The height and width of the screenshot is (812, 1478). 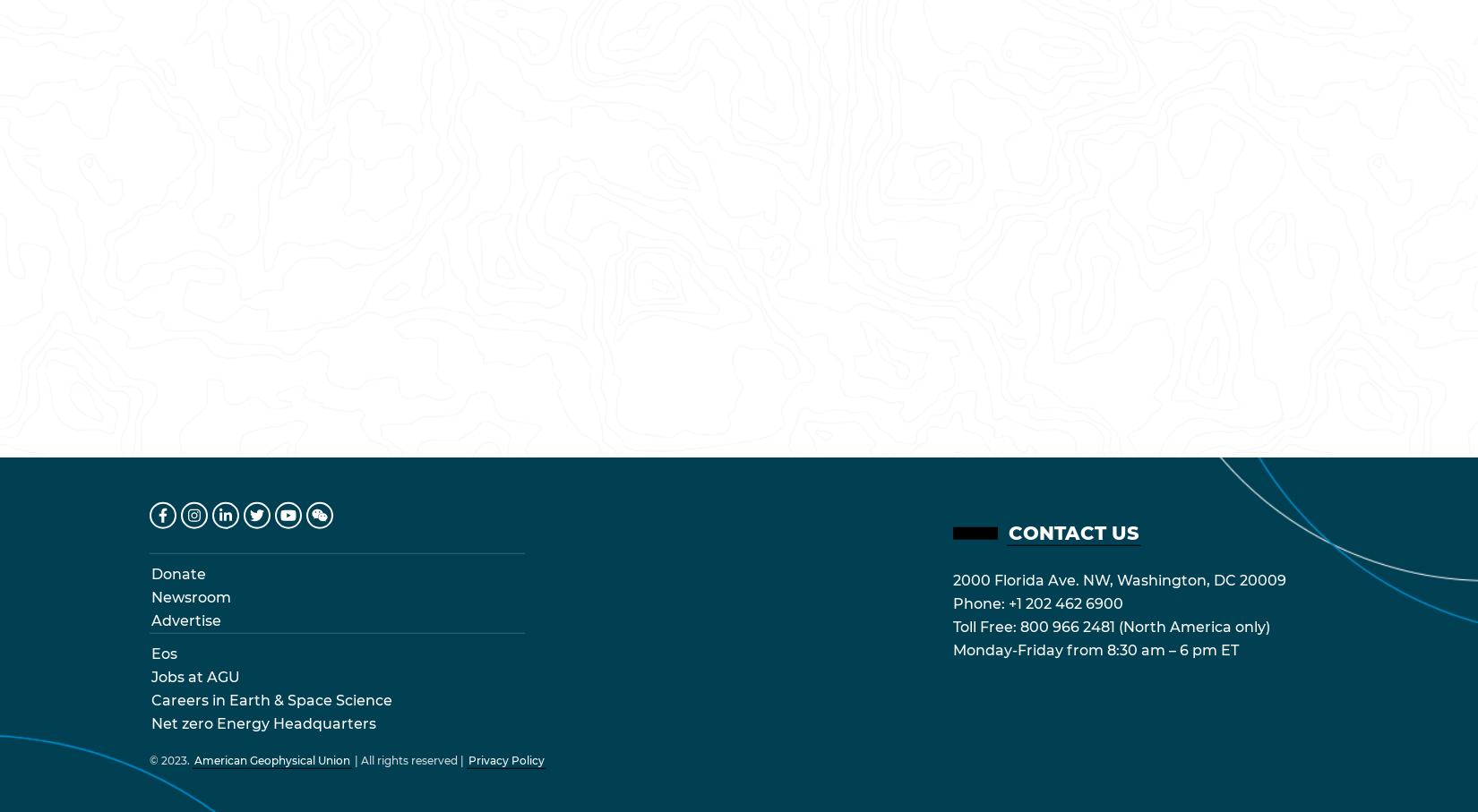 I want to click on 'Advertise', so click(x=150, y=619).